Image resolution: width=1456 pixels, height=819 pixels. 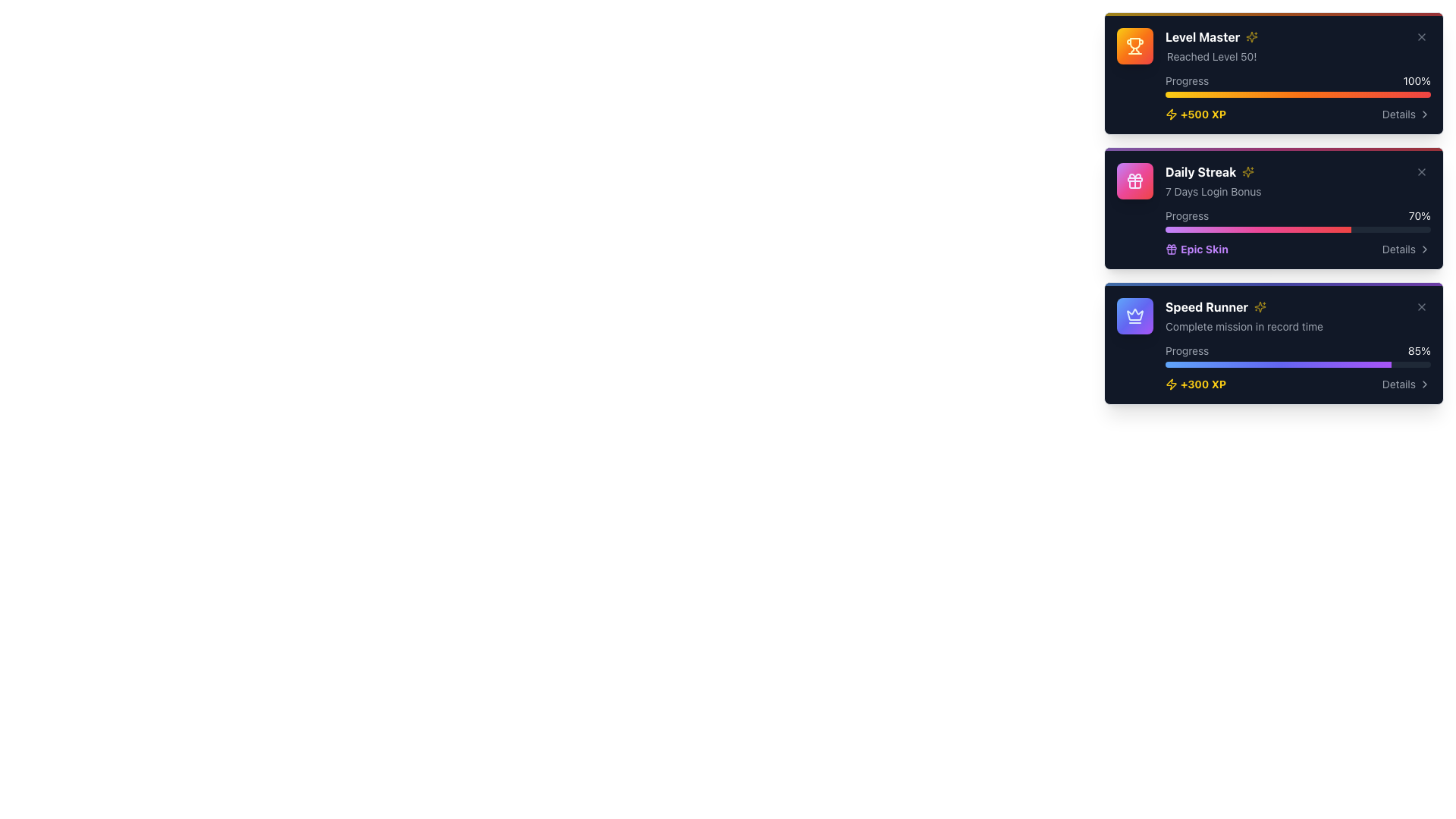 What do you see at coordinates (1421, 36) in the screenshot?
I see `the close icon button (an 'X' symbol) located at the top-right corner of the 'Level Master' card` at bounding box center [1421, 36].